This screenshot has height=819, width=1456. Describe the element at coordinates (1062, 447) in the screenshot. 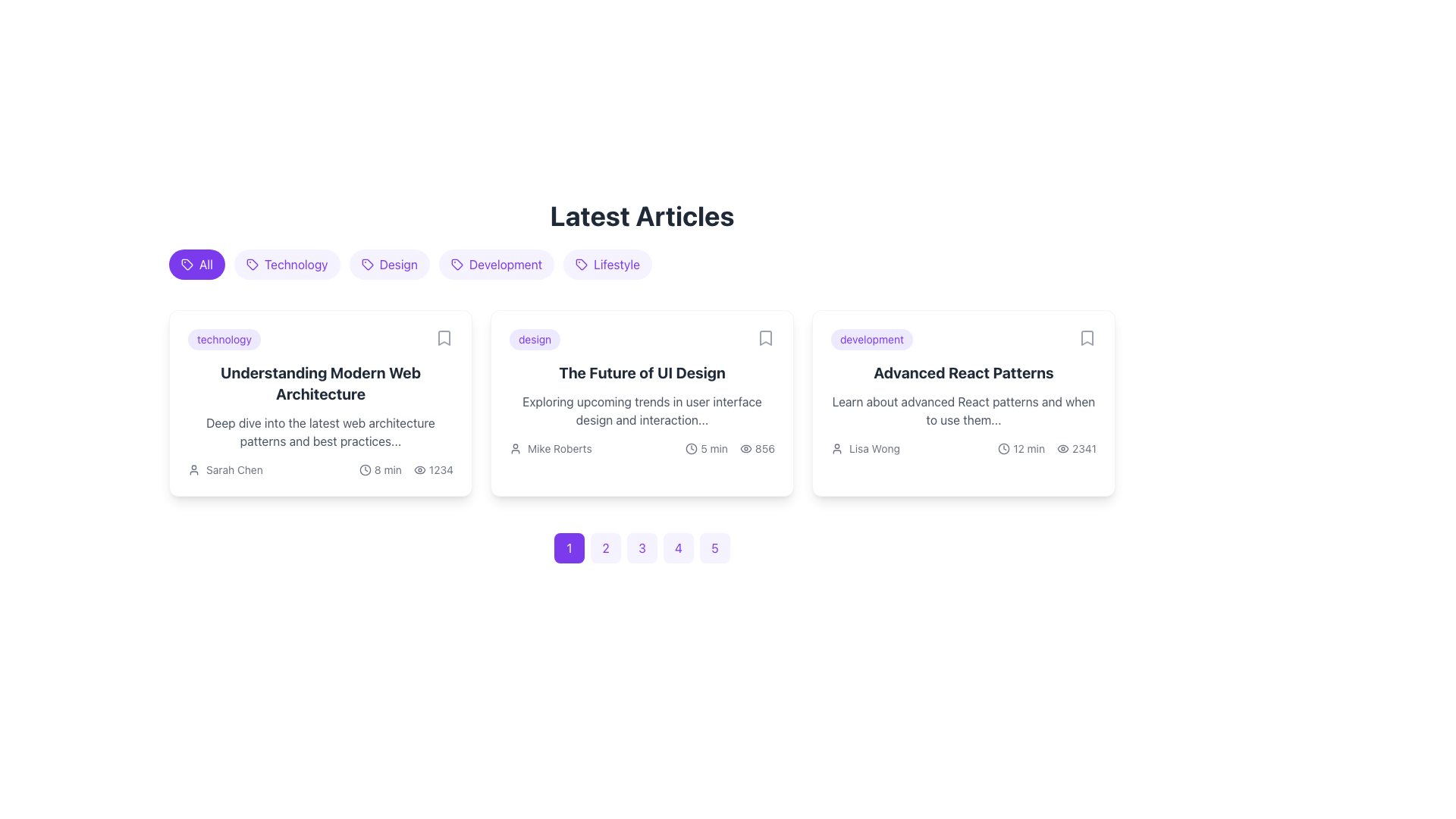

I see `the visibility icon located at the bottom-right corner of the third article card, which indicates the number of views associated with the content` at that location.